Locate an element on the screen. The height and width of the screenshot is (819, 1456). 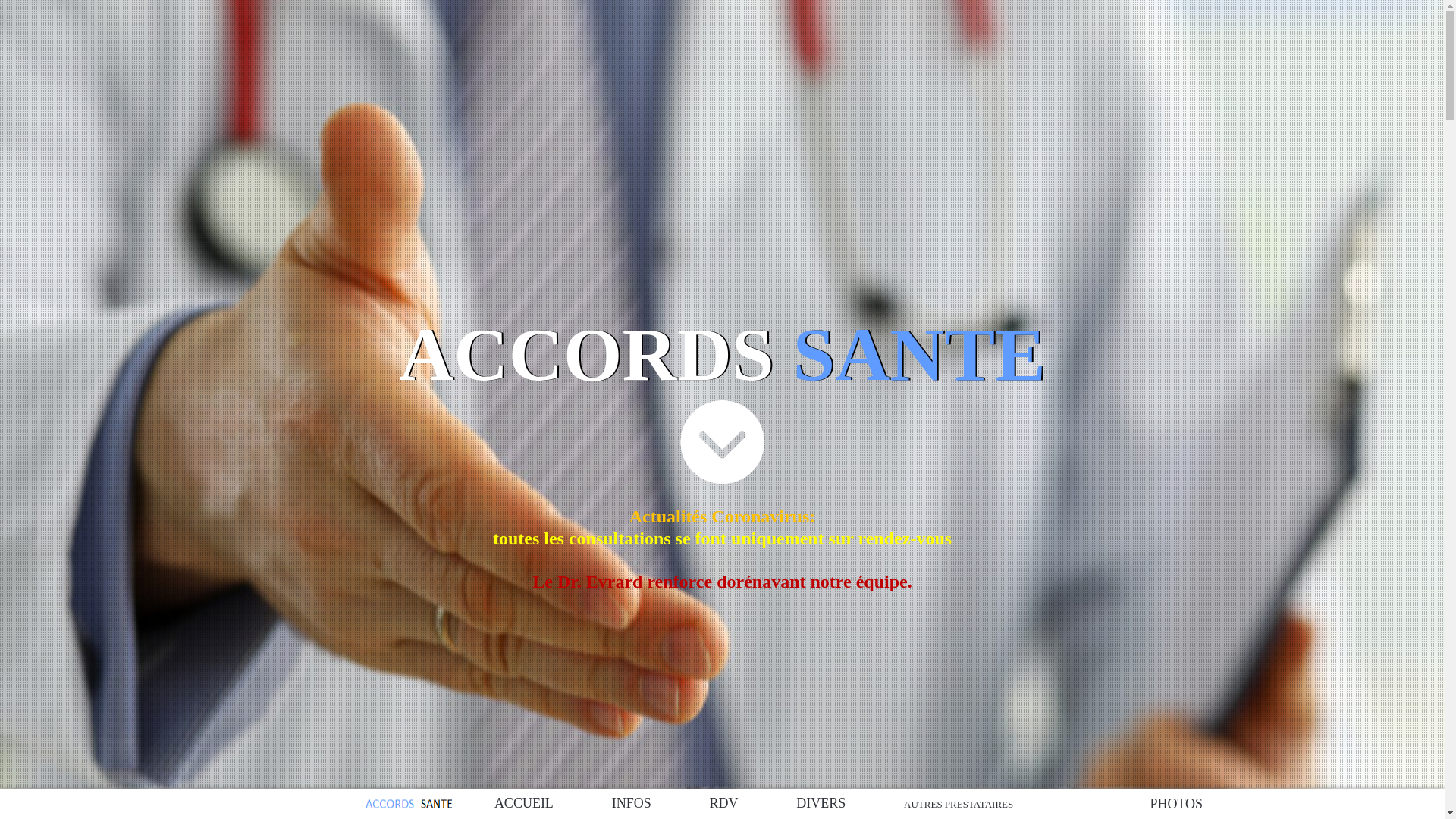
'DIVERS' is located at coordinates (820, 803).